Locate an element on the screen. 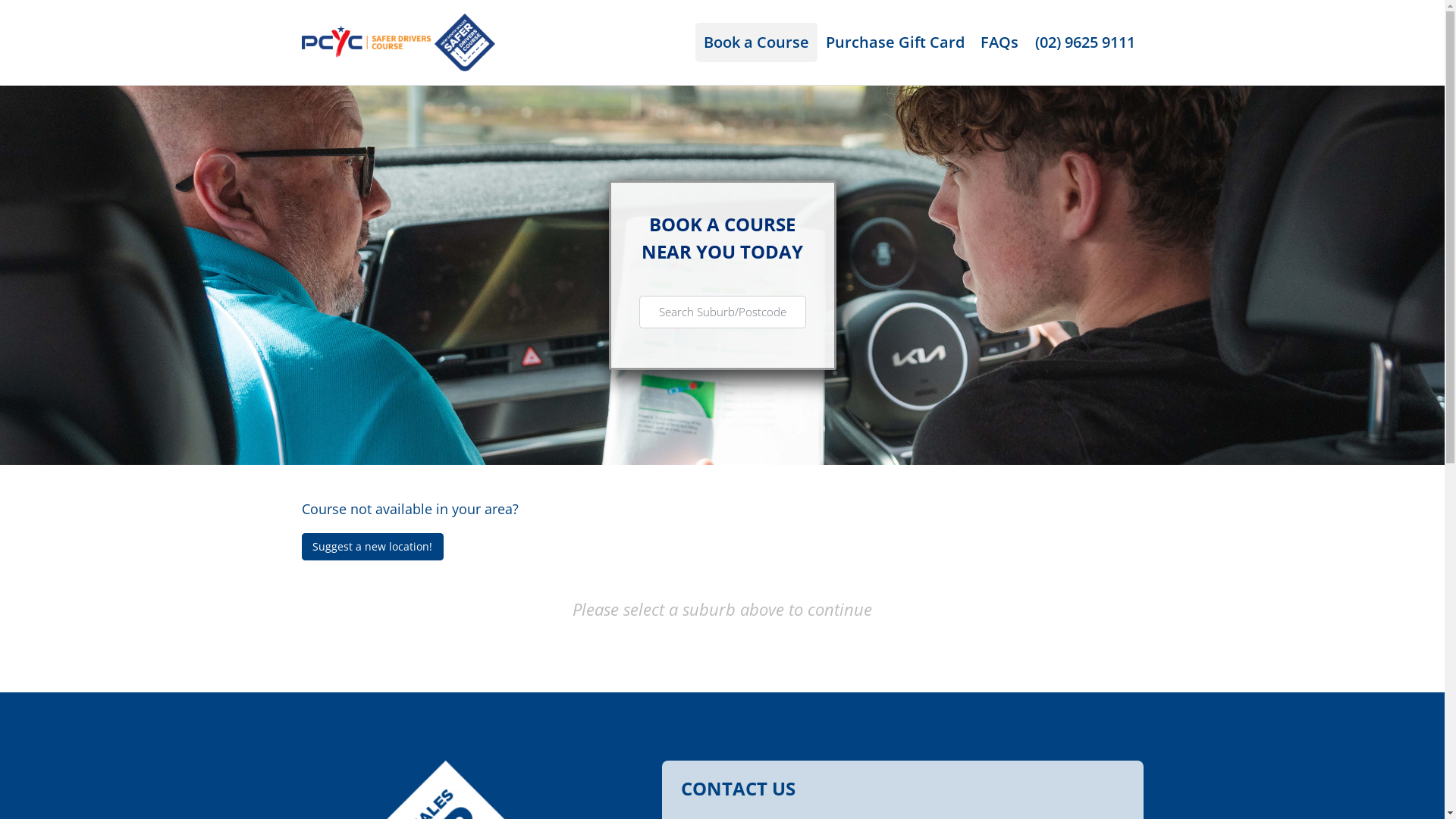 Image resolution: width=1456 pixels, height=819 pixels. '(02) 9625 9111' is located at coordinates (1026, 42).